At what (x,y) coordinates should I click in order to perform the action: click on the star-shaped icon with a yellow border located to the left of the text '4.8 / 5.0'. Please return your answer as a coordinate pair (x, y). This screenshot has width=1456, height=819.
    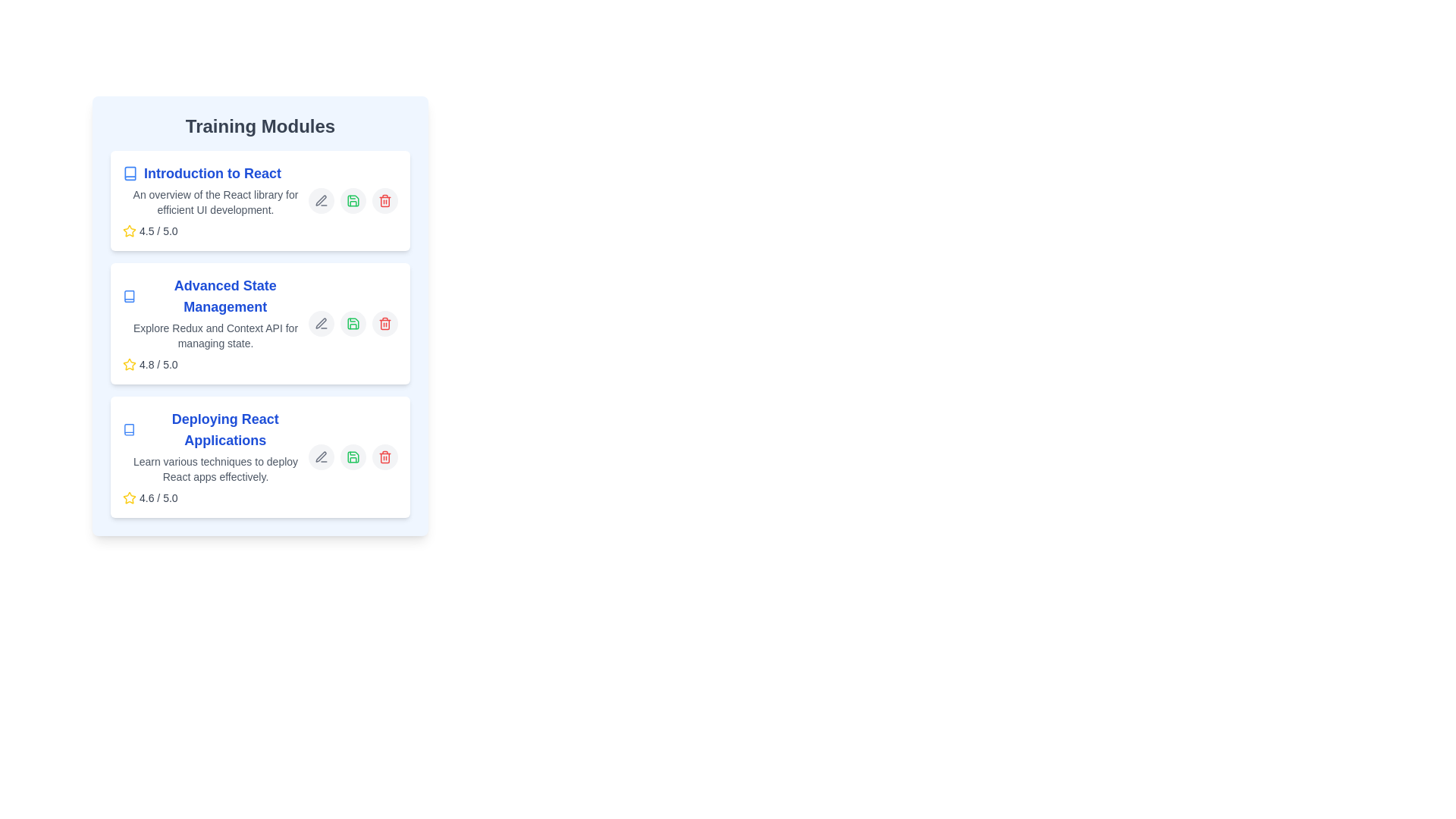
    Looking at the image, I should click on (130, 365).